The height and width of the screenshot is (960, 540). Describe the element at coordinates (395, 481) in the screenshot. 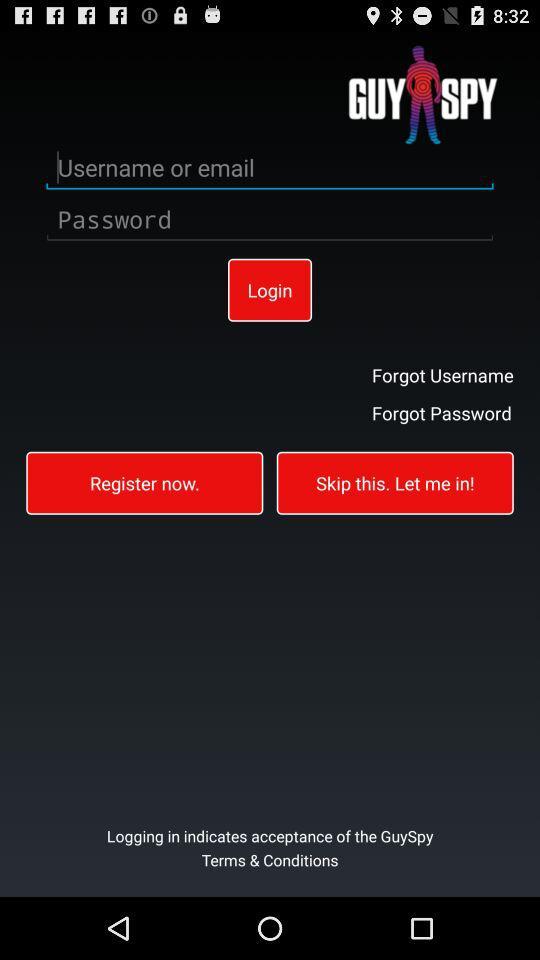

I see `the skip this let icon` at that location.